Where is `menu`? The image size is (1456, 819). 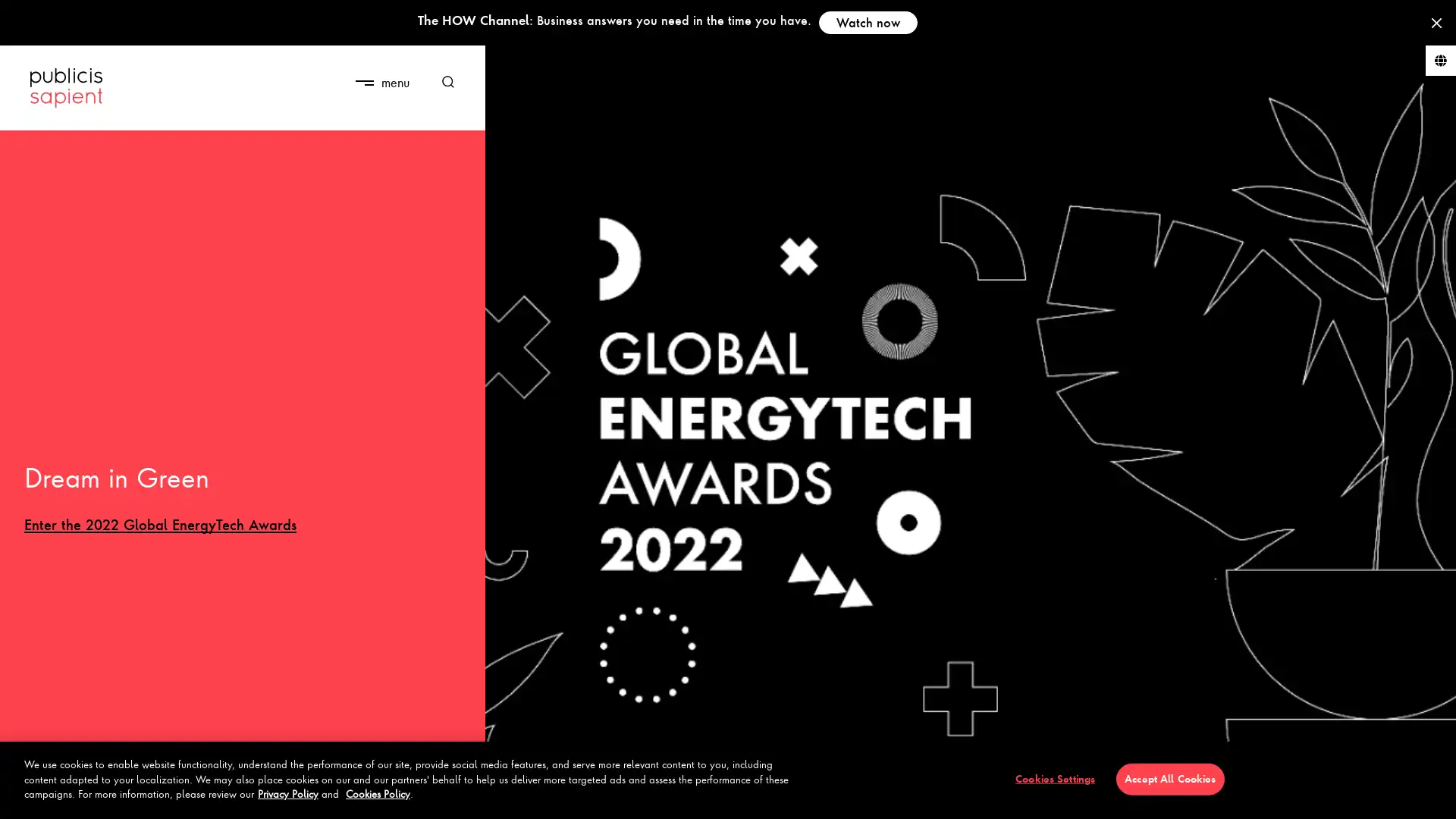
menu is located at coordinates (381, 82).